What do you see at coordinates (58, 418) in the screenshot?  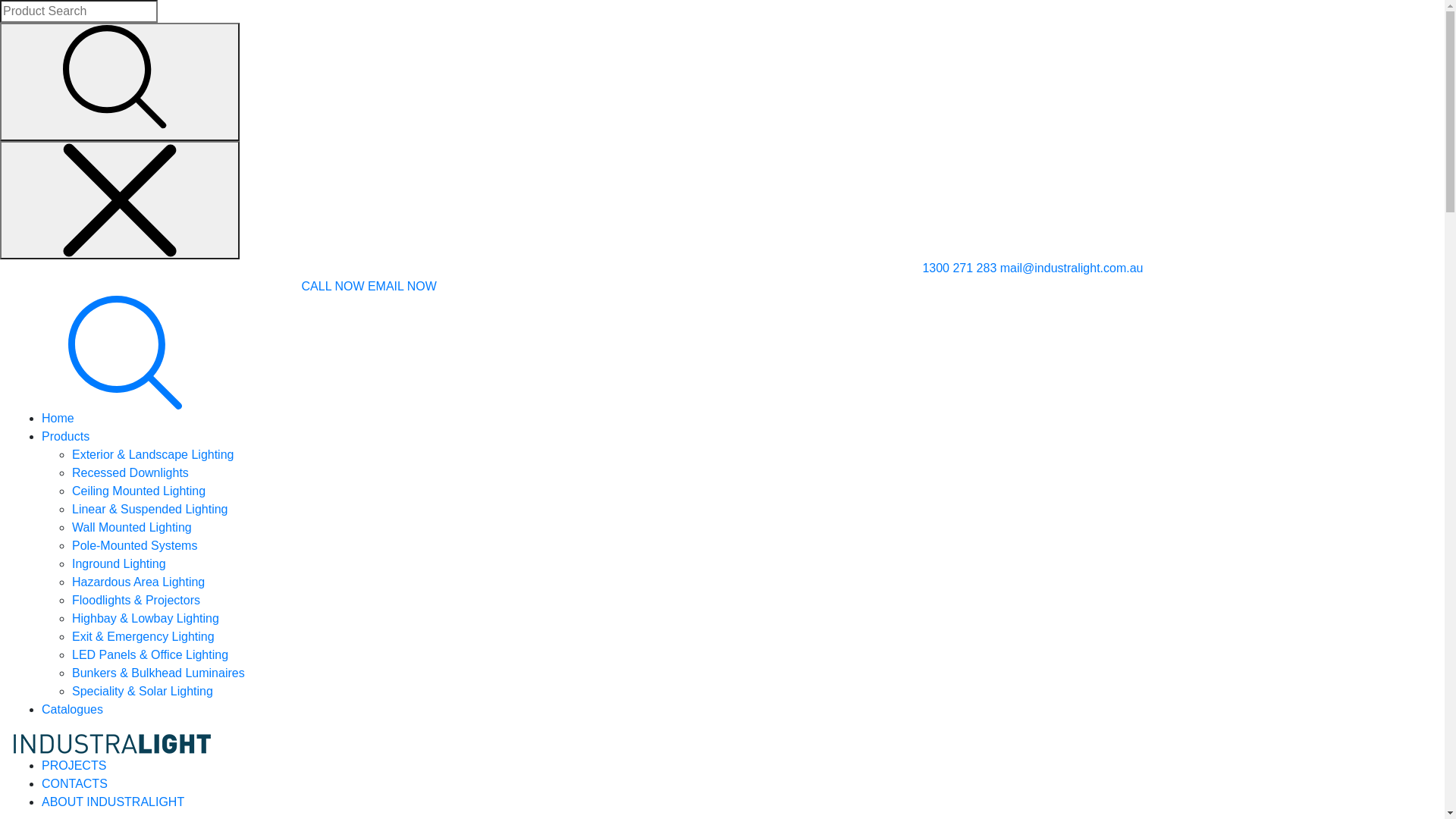 I see `'Home'` at bounding box center [58, 418].